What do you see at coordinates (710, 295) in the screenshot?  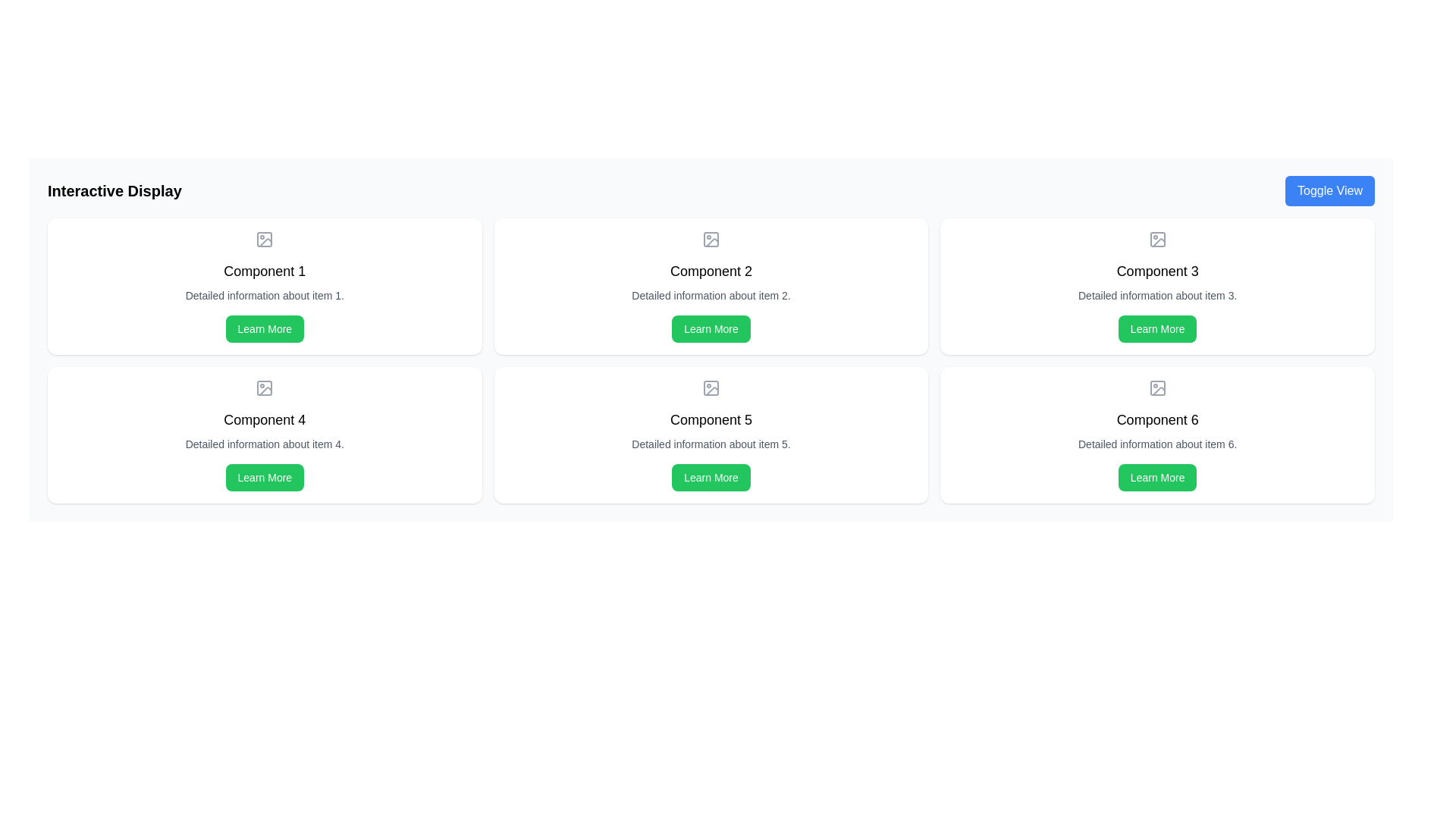 I see `the static text content that provides detailed descriptive information about 'Component 2', which is the second element under the heading 'Component 2'` at bounding box center [710, 295].